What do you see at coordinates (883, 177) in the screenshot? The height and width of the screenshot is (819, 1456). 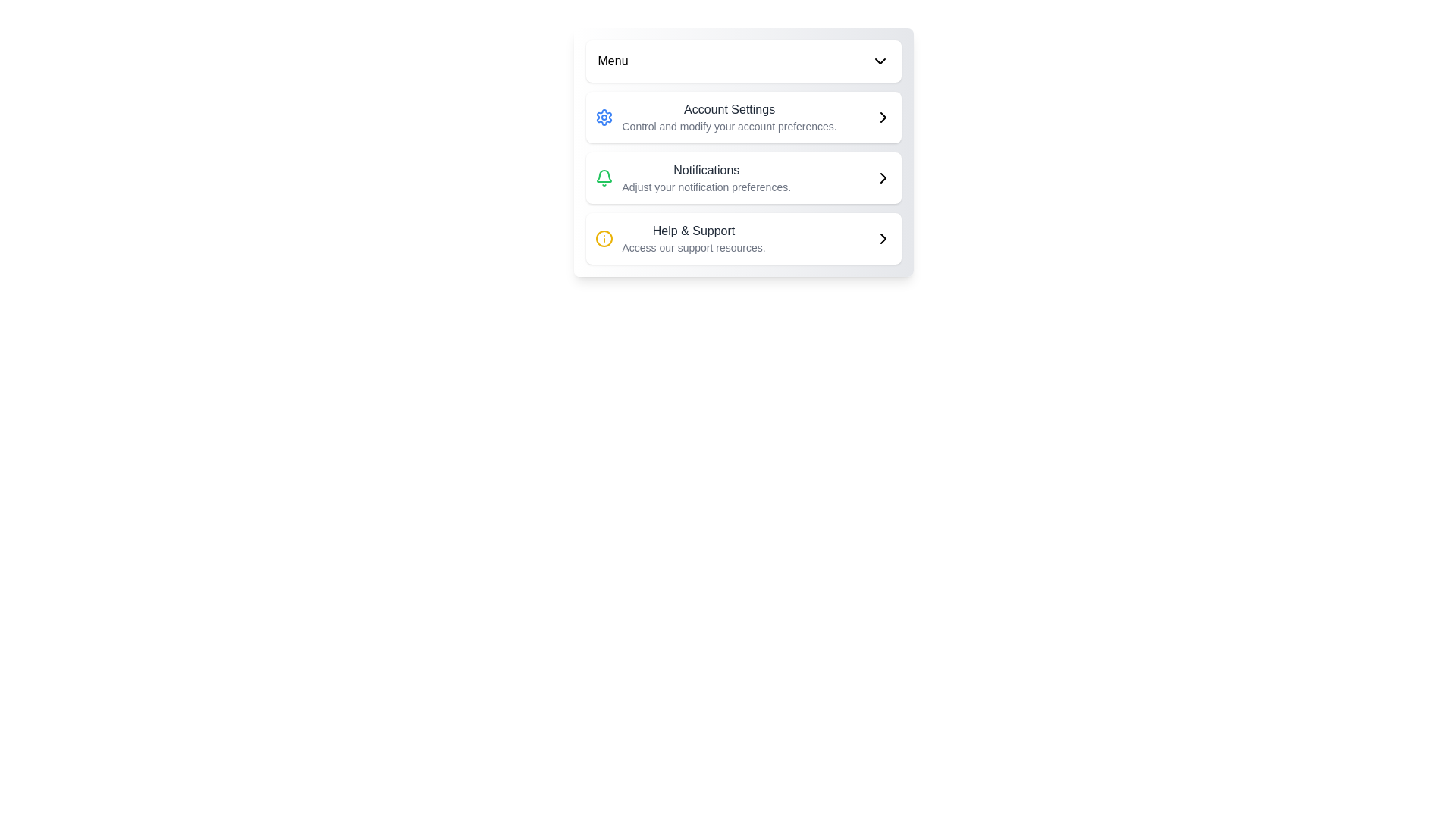 I see `the right-facing chevron icon located at the rightmost side of the 'Notifications' row in the menu list` at bounding box center [883, 177].